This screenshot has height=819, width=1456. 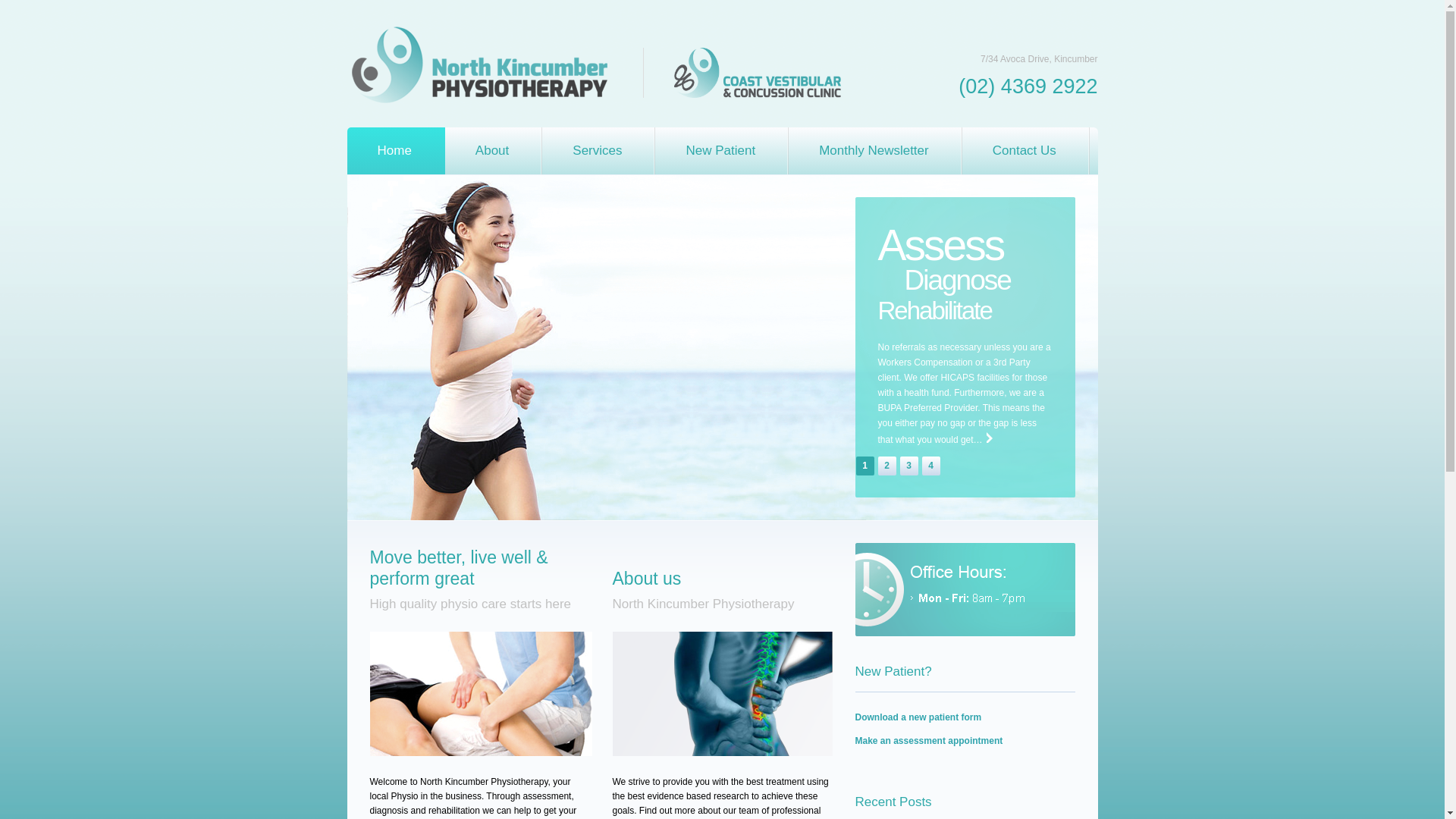 I want to click on 'Home', so click(x=396, y=151).